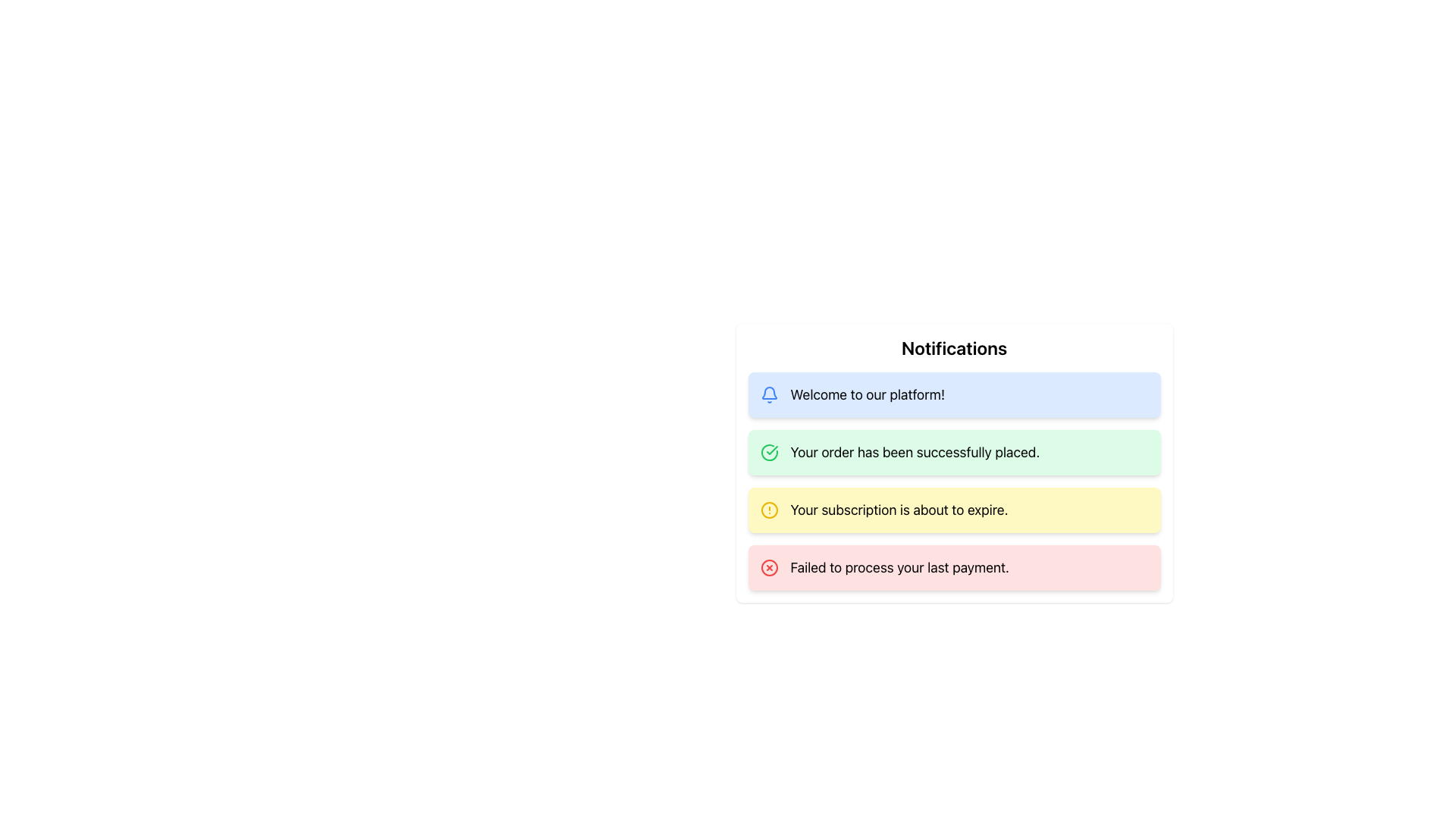 The width and height of the screenshot is (1456, 819). I want to click on text content of the notification box with a red background that says 'Failed to process your last payment.', so click(953, 567).